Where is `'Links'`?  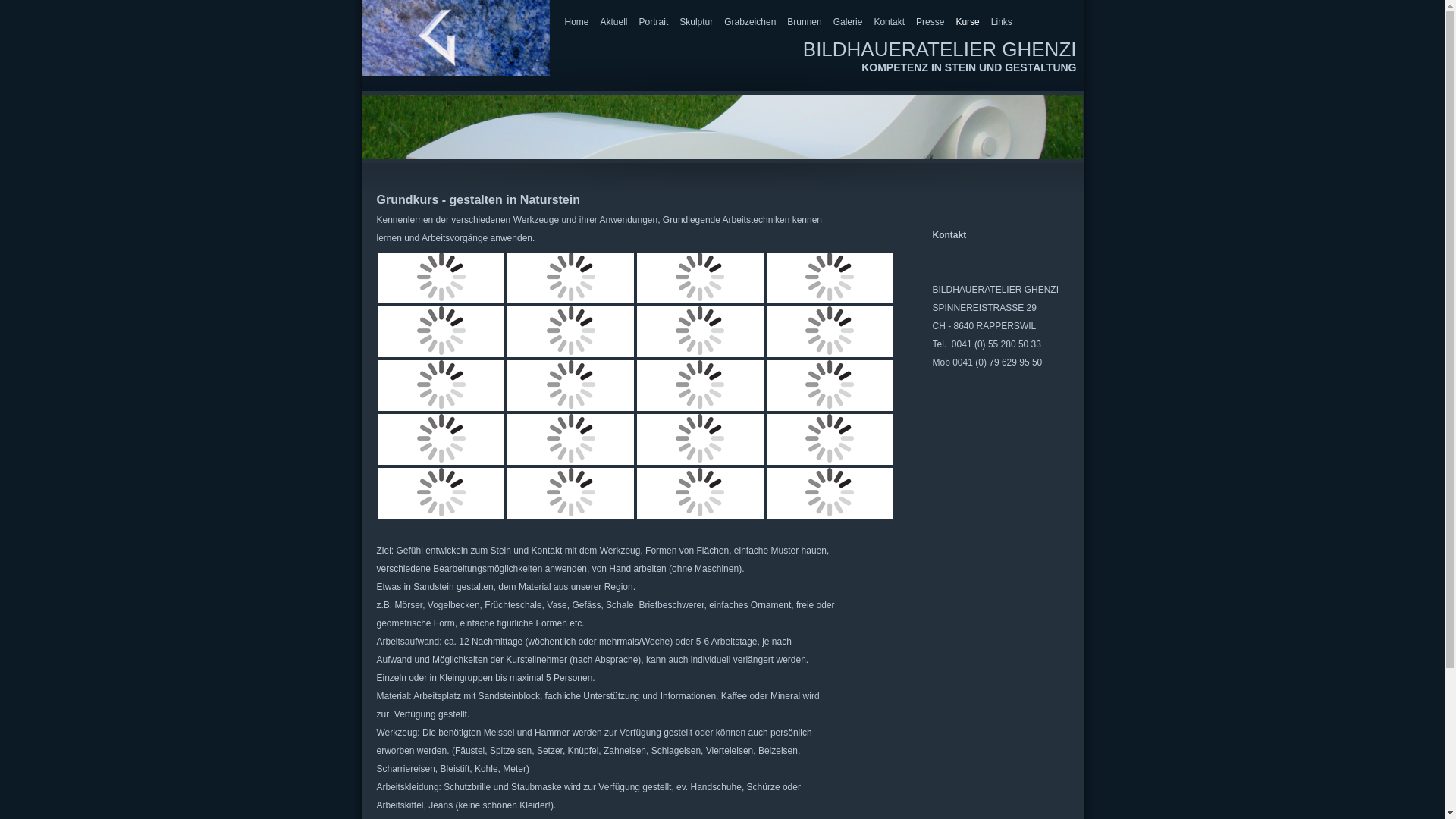 'Links' is located at coordinates (990, 22).